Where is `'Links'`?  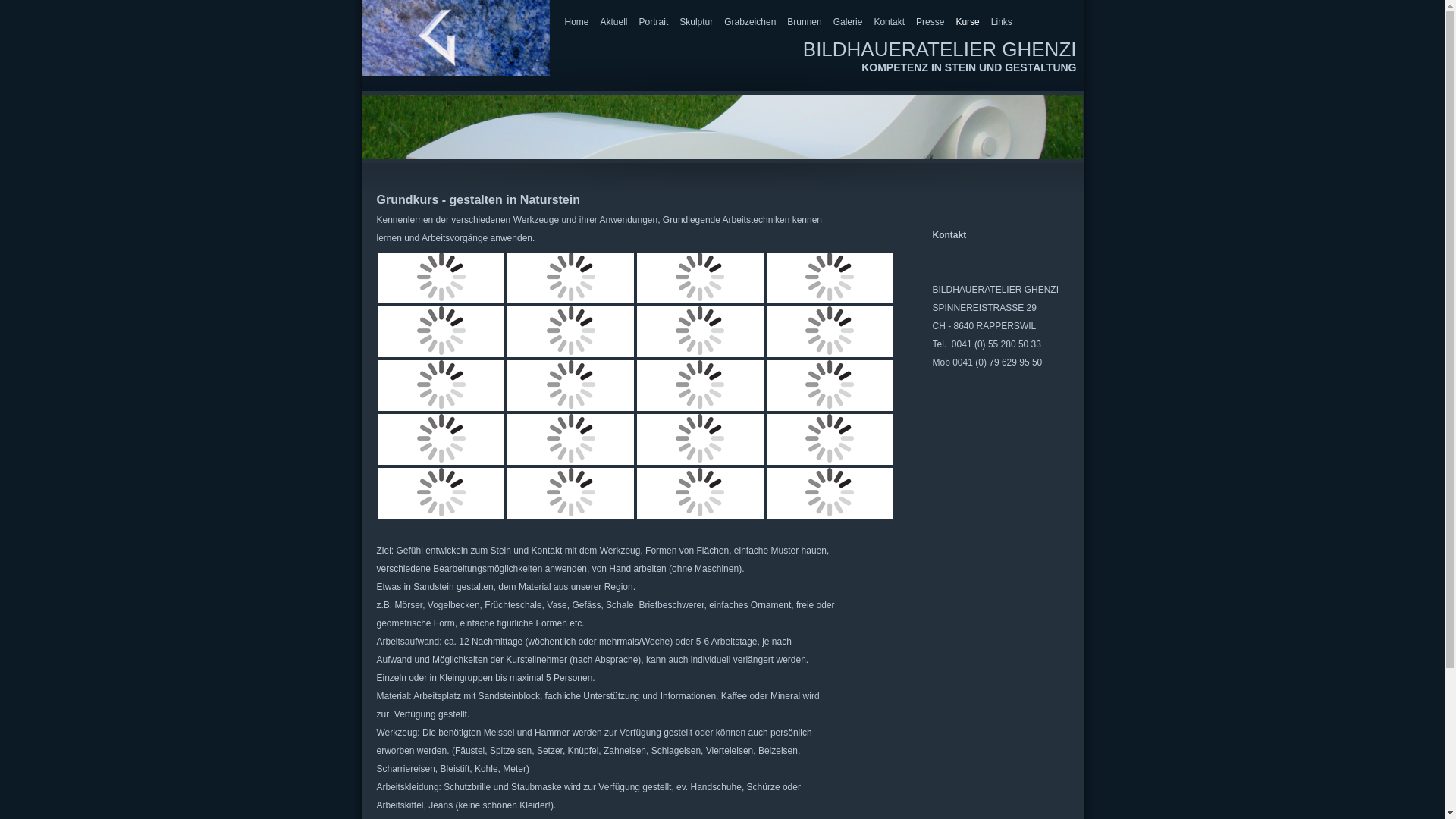 'Links' is located at coordinates (990, 22).